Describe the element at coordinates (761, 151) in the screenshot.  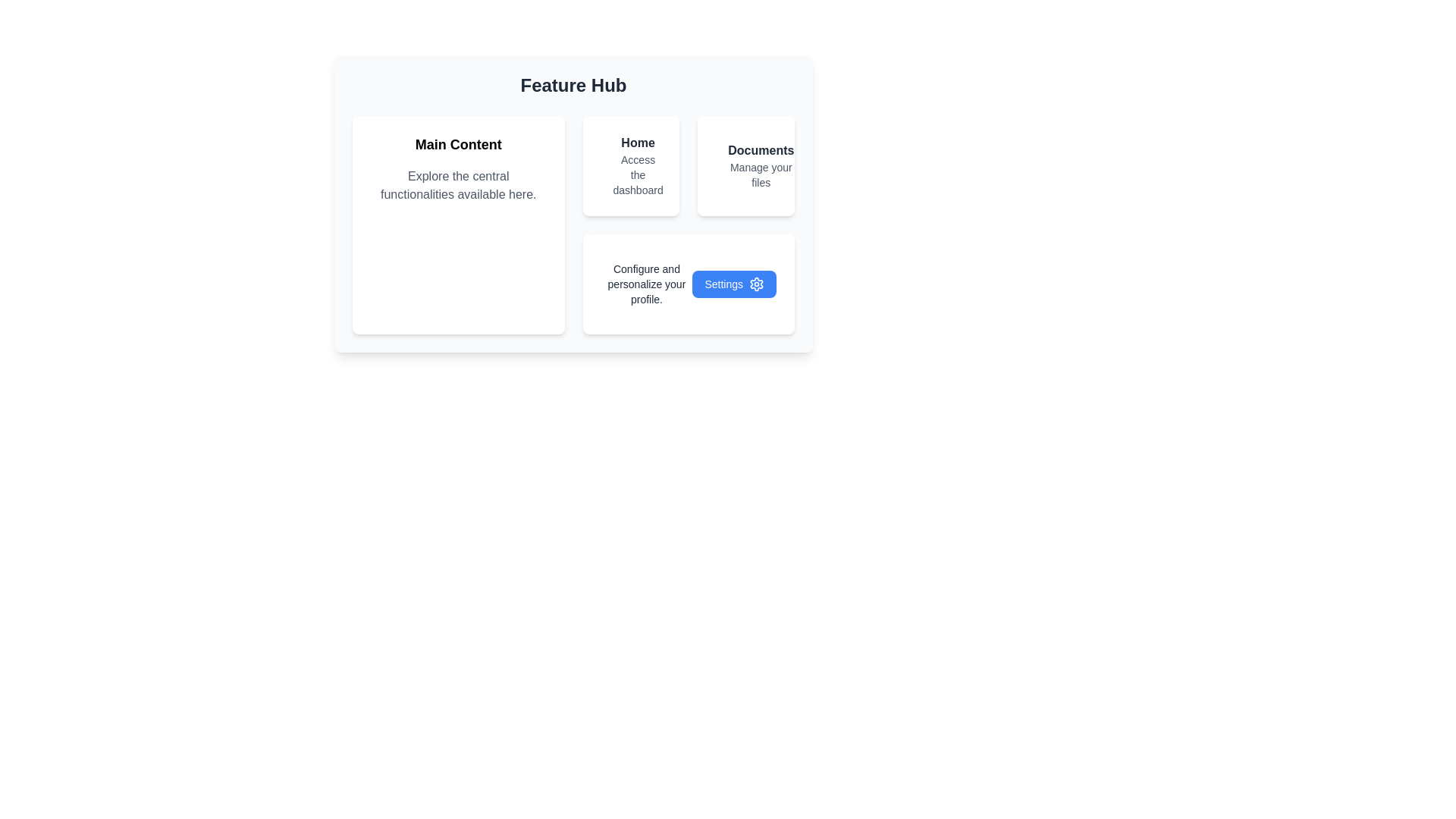
I see `the interactive card containing the text label that indicates the purpose of the document management section, located at the top-right of the layout` at that location.